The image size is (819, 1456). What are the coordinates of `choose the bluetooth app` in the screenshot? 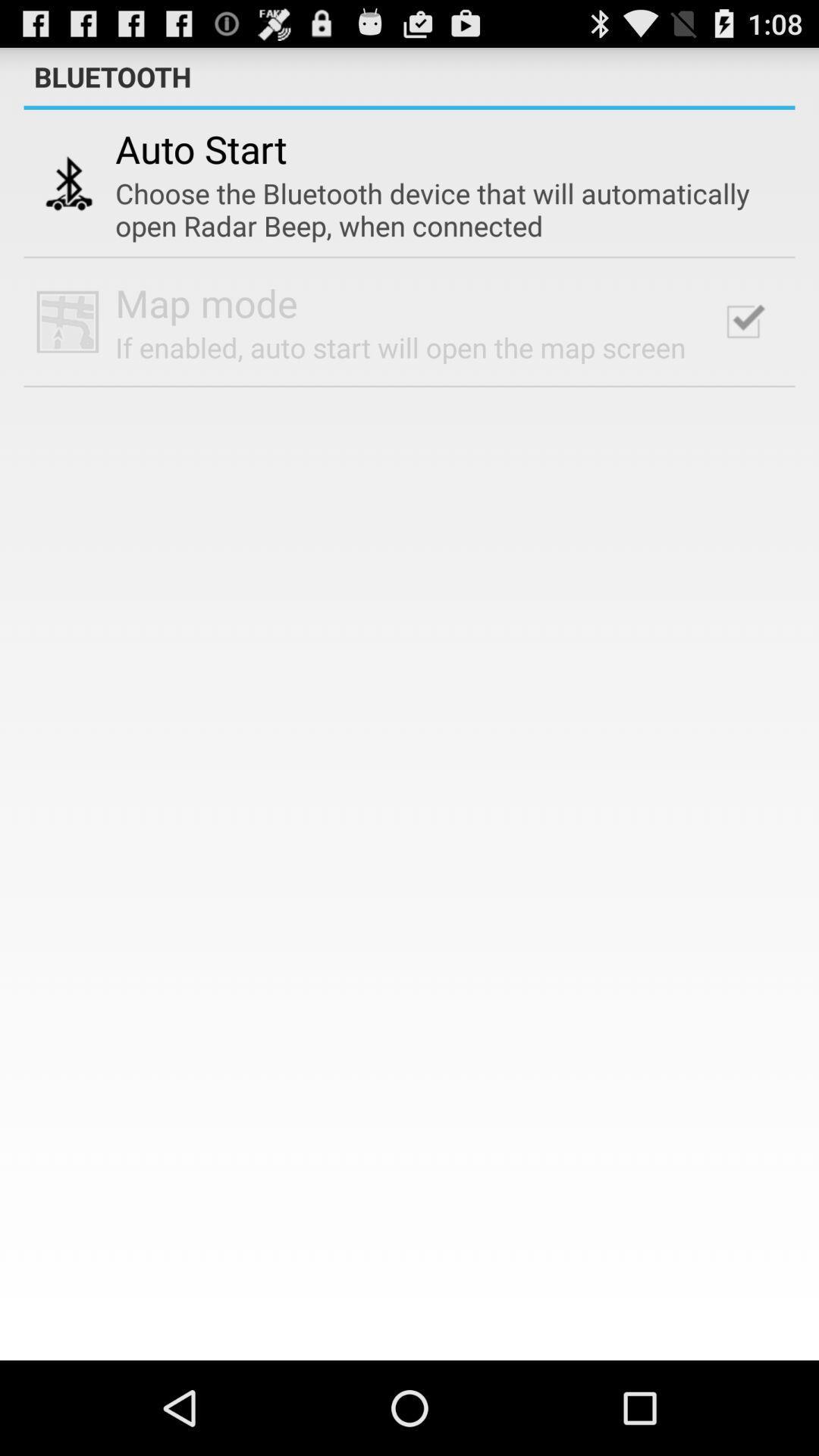 It's located at (439, 209).